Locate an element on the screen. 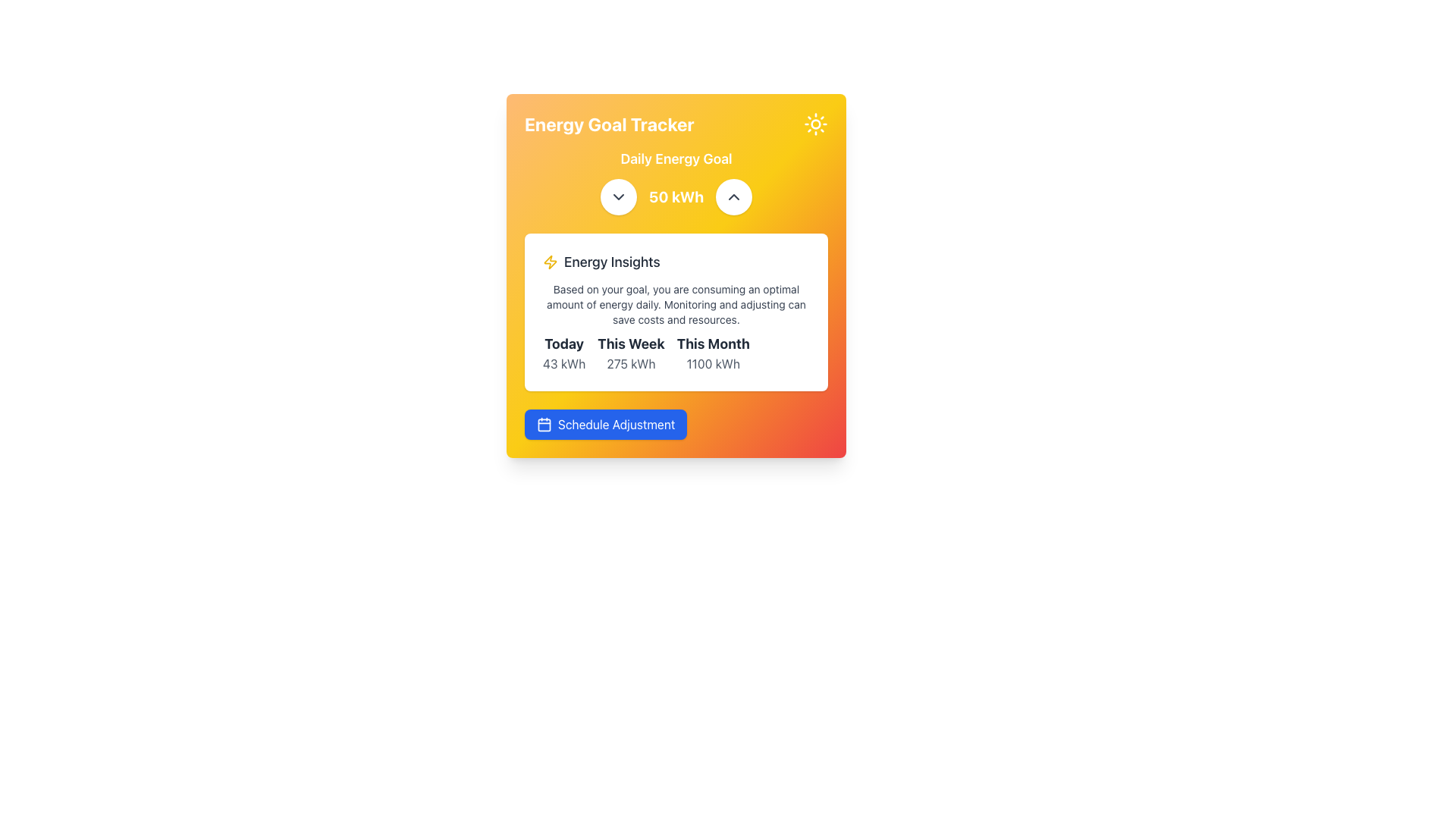  the schedule adjustment button located at the bottom of the 'Energy Goal Tracker' card is located at coordinates (676, 424).